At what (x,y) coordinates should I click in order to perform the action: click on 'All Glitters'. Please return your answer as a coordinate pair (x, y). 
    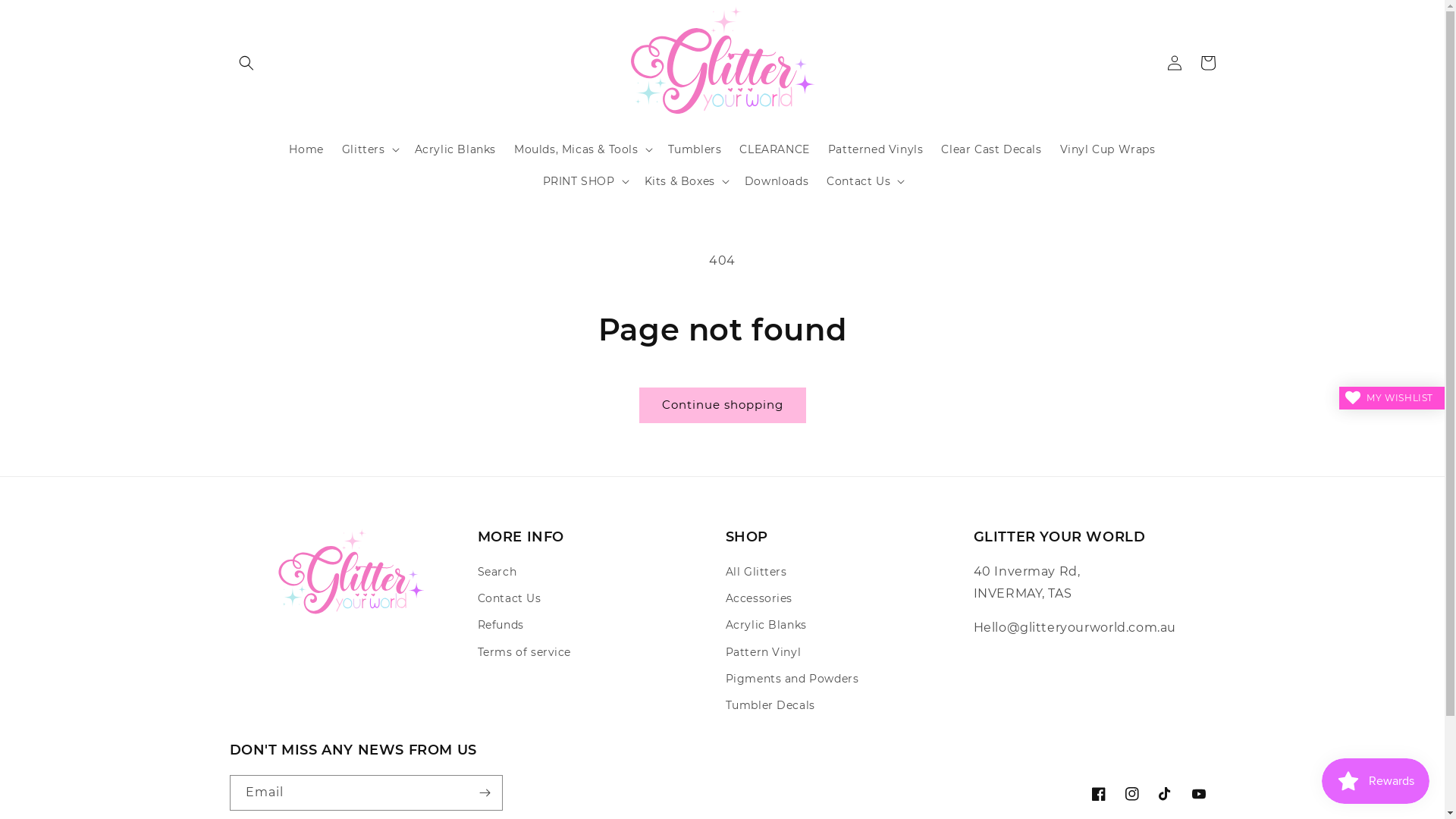
    Looking at the image, I should click on (755, 573).